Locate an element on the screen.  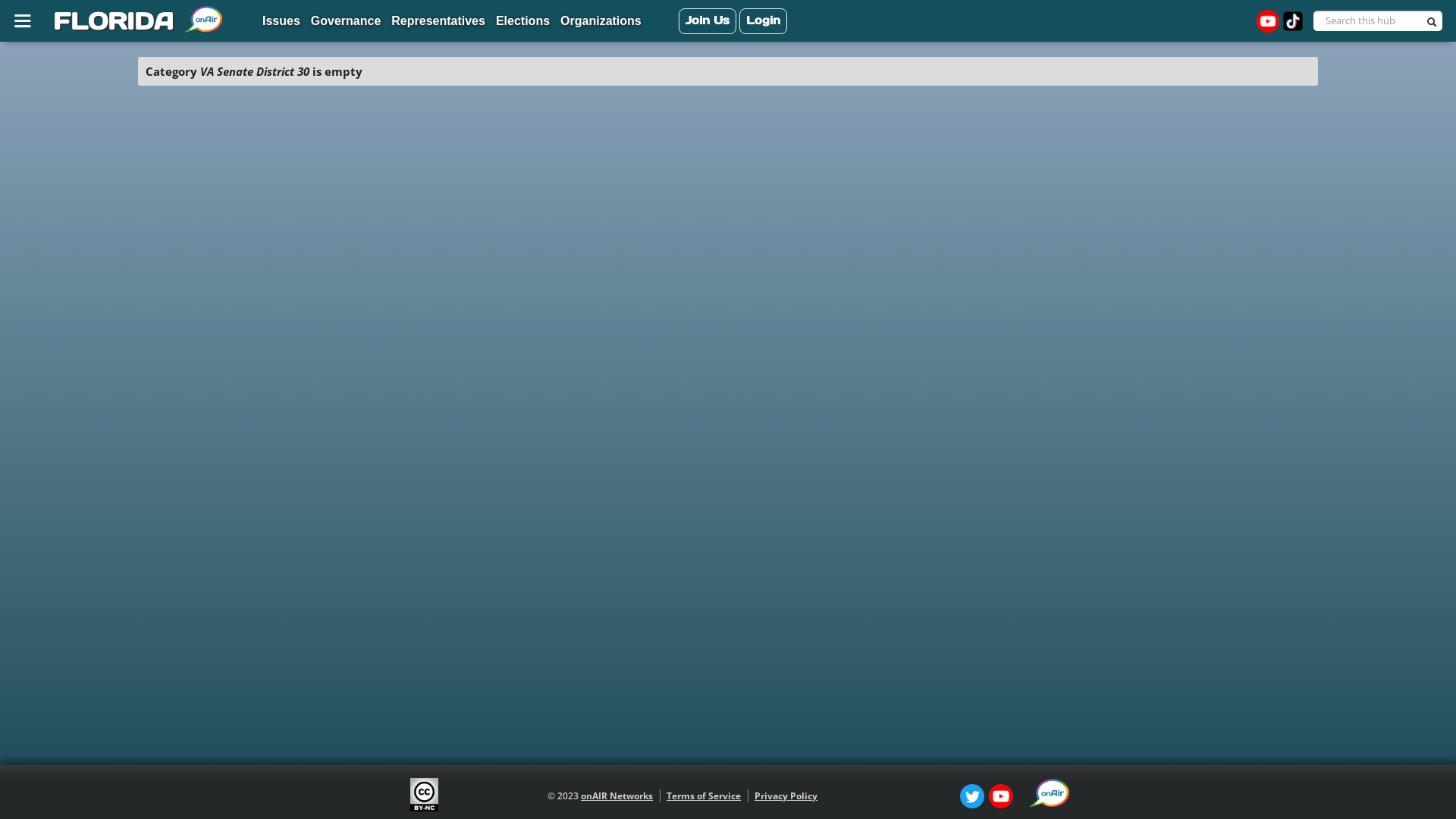
'Organizations' is located at coordinates (600, 22).